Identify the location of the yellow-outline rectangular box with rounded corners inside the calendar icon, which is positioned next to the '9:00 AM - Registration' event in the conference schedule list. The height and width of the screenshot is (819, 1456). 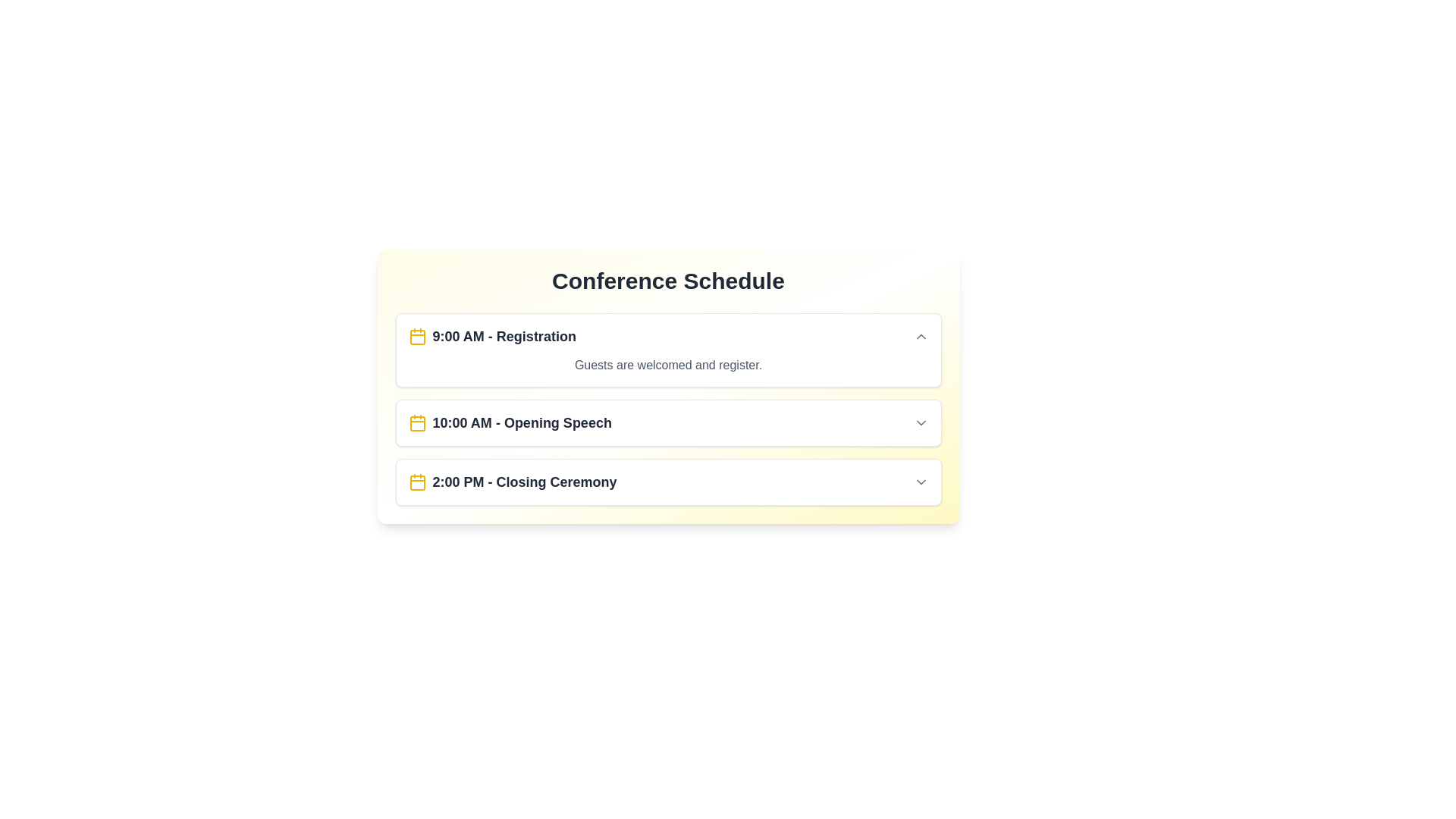
(417, 336).